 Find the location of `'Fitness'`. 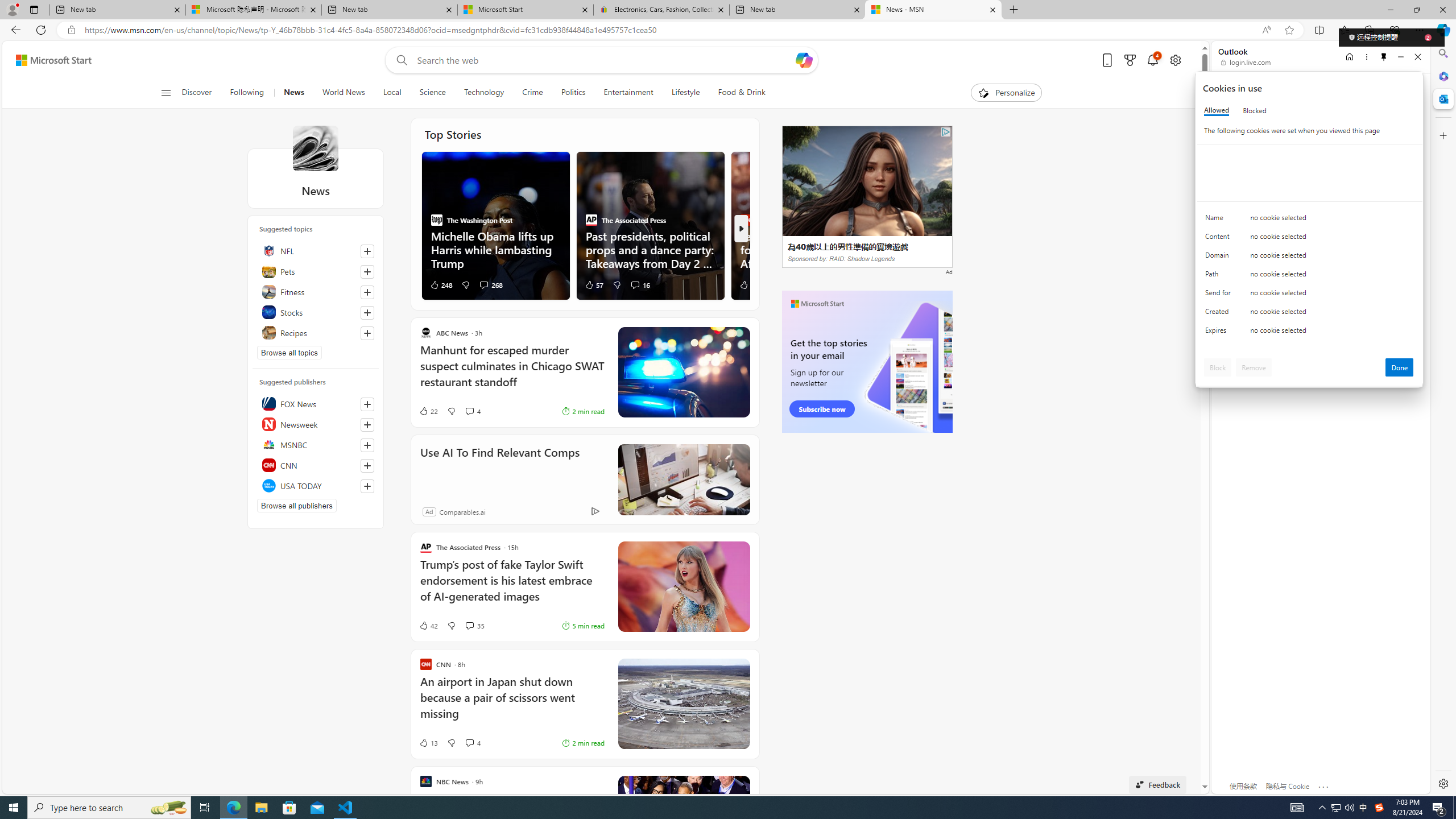

'Fitness' is located at coordinates (315, 291).